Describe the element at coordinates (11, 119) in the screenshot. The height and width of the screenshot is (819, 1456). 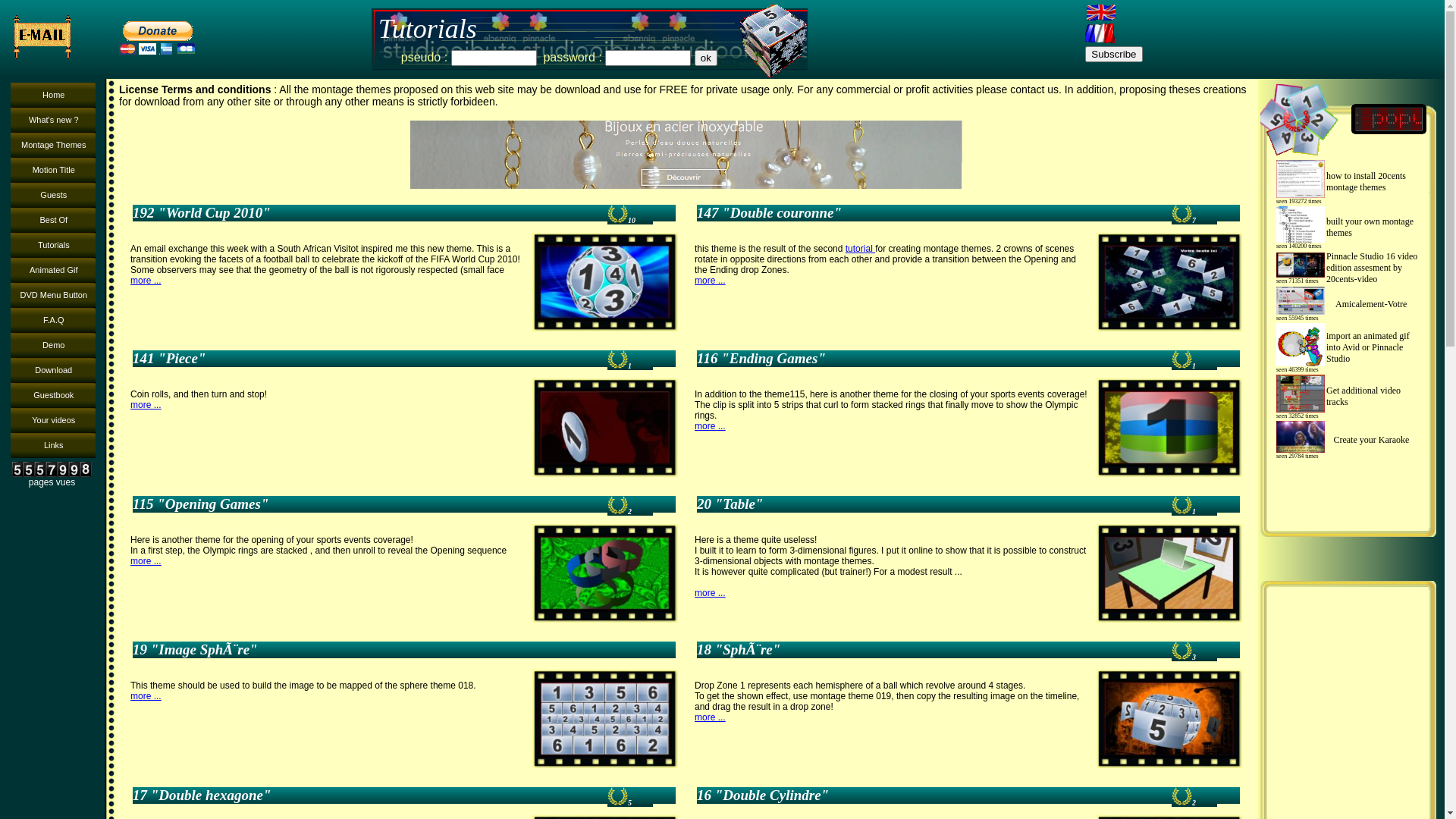
I see `'What's new ?'` at that location.